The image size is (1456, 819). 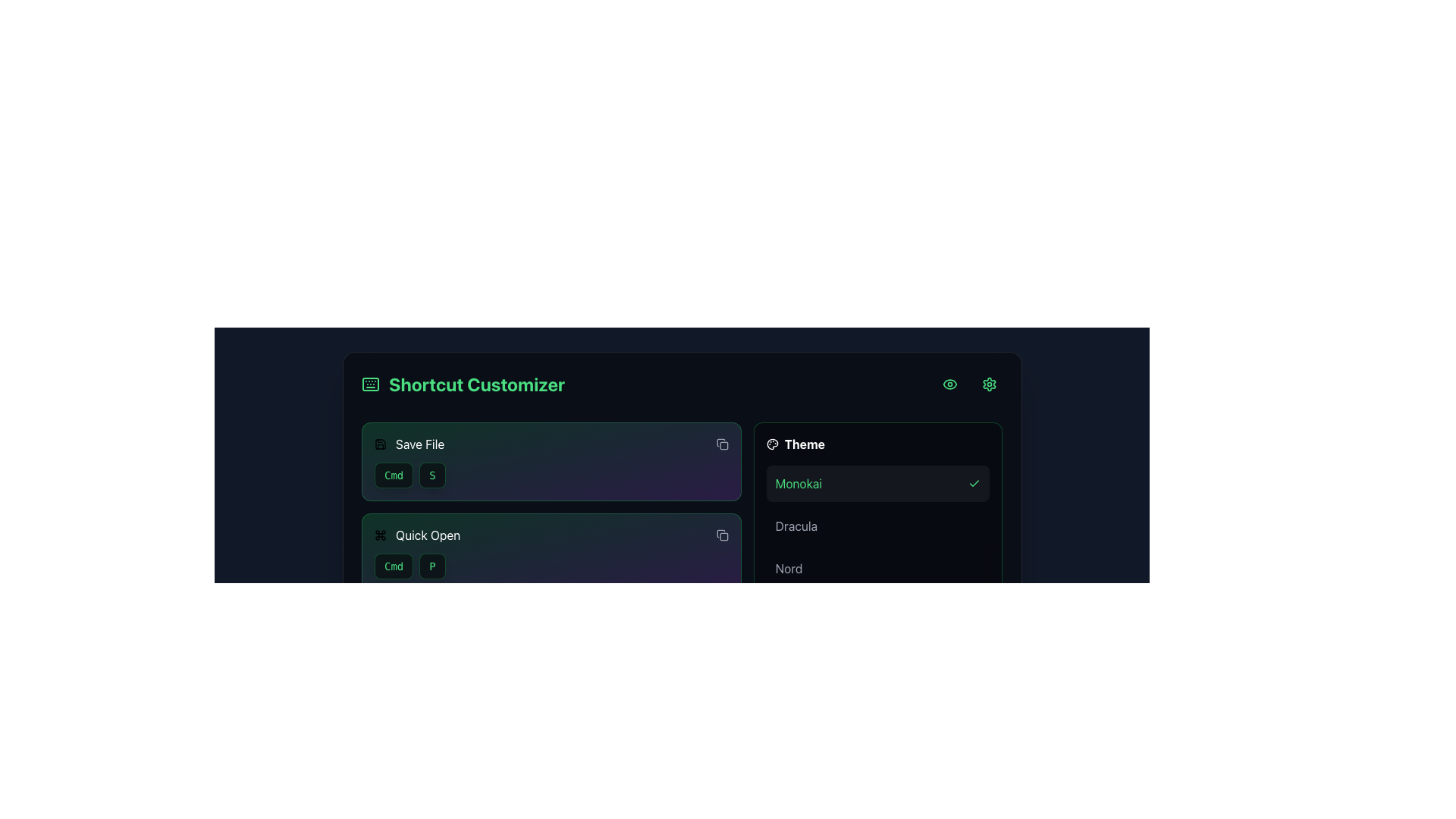 I want to click on the text label 'Dracula' in the theme selection section, so click(x=795, y=526).